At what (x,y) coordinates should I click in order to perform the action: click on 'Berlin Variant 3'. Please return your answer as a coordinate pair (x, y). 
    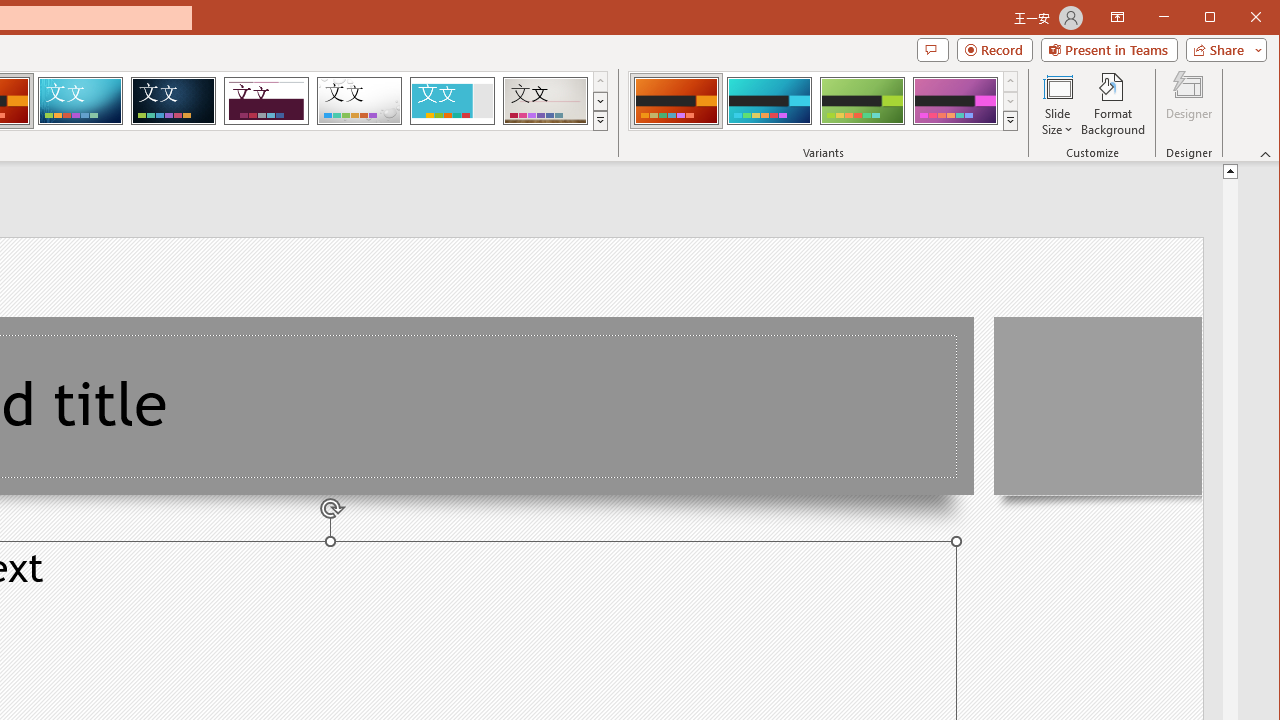
    Looking at the image, I should click on (862, 100).